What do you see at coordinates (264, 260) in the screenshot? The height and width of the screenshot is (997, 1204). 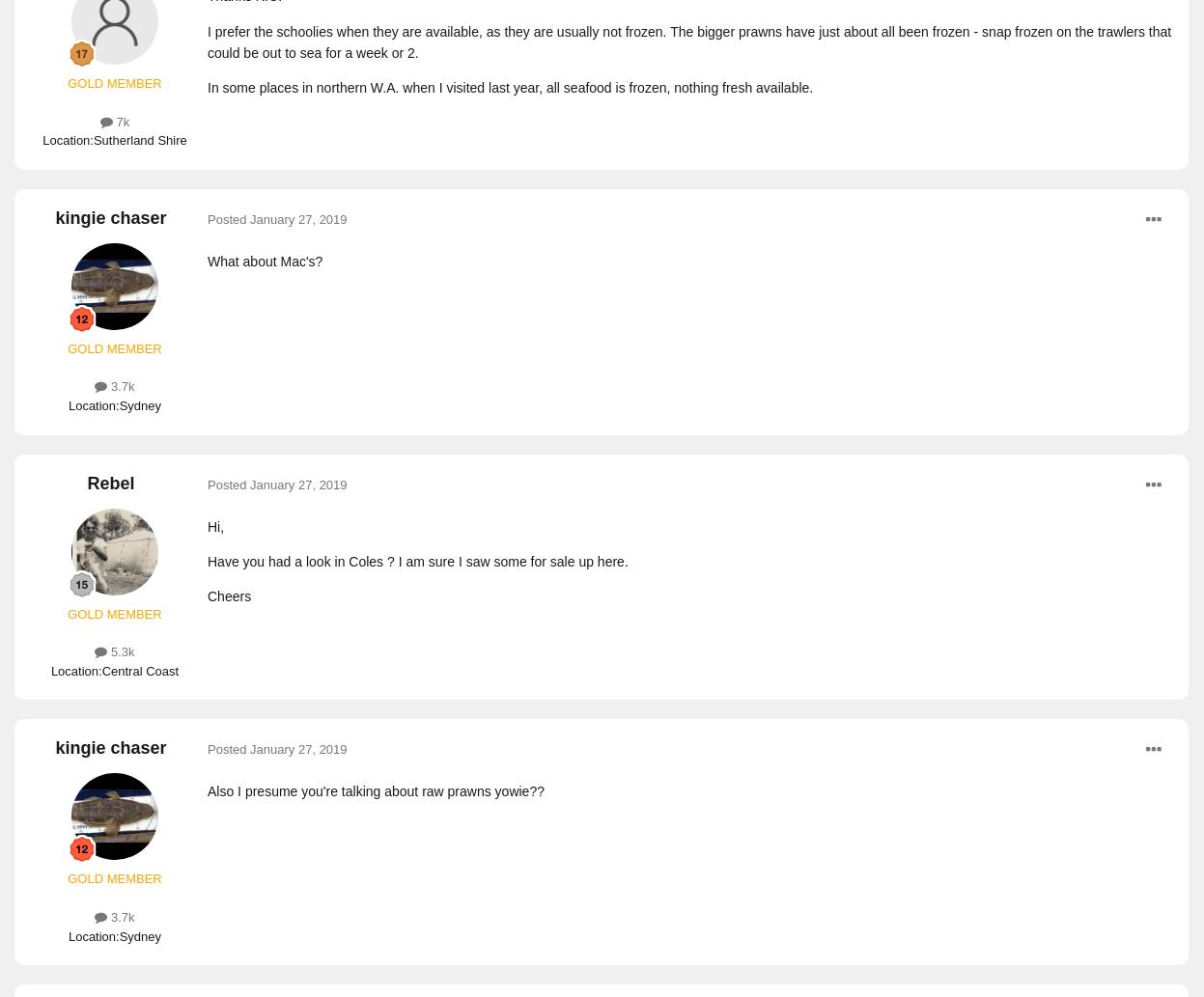 I see `'What about Mac's?'` at bounding box center [264, 260].